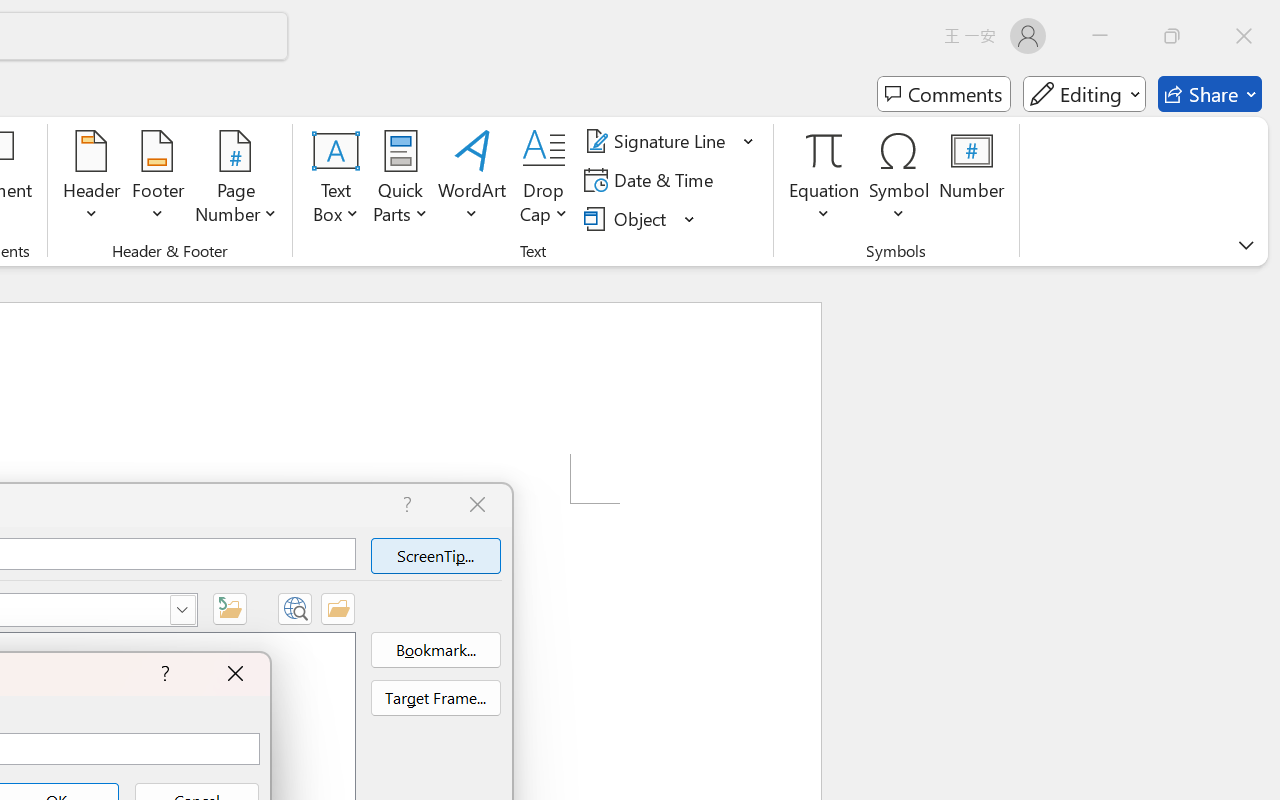  Describe the element at coordinates (943, 94) in the screenshot. I see `'Comments'` at that location.